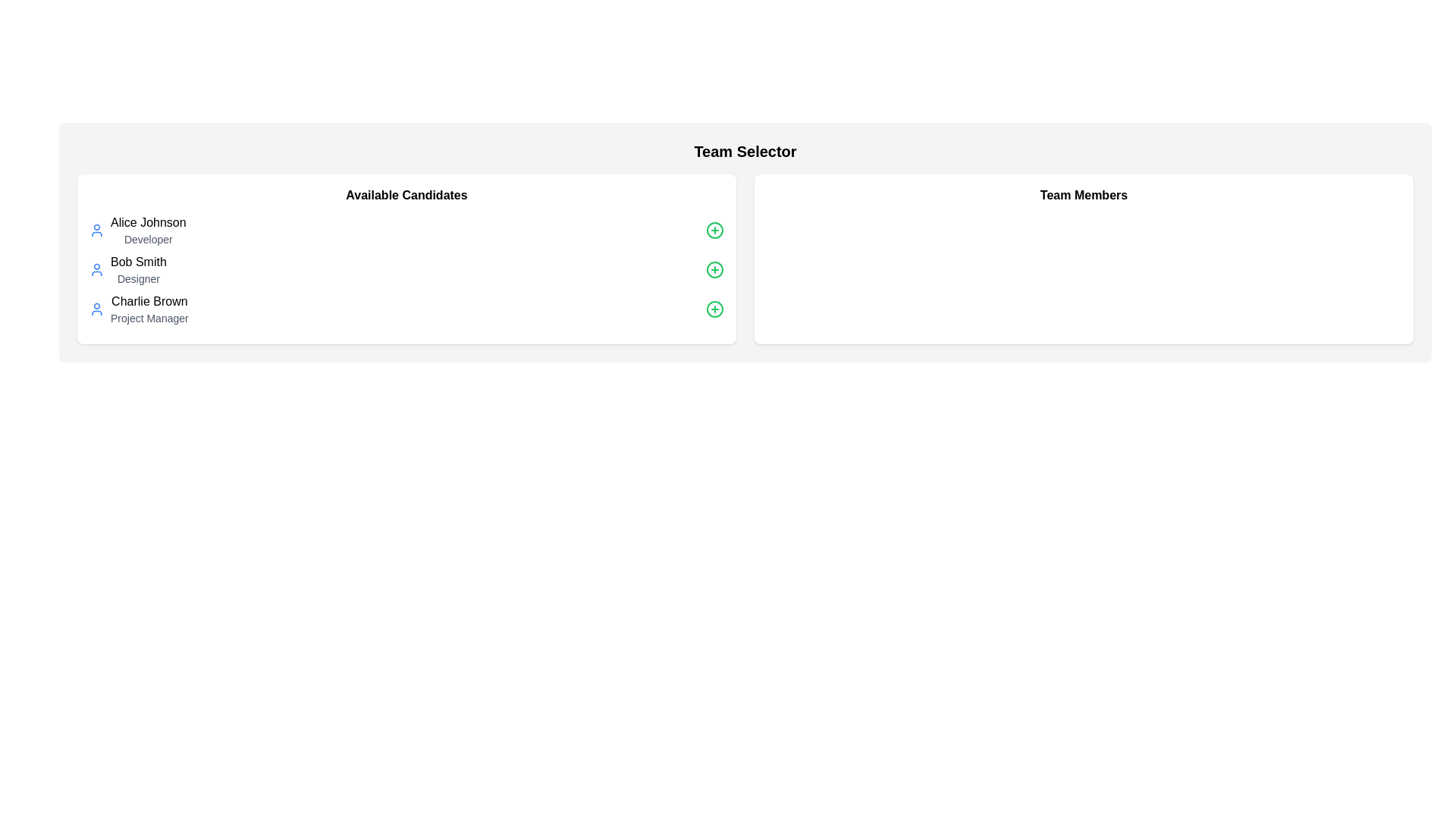 The width and height of the screenshot is (1456, 819). I want to click on to select the candidate 'Charlie Brown', who is the Project Manager, from the third entry in the 'Available Candidates' list located in the left panel, so click(139, 309).